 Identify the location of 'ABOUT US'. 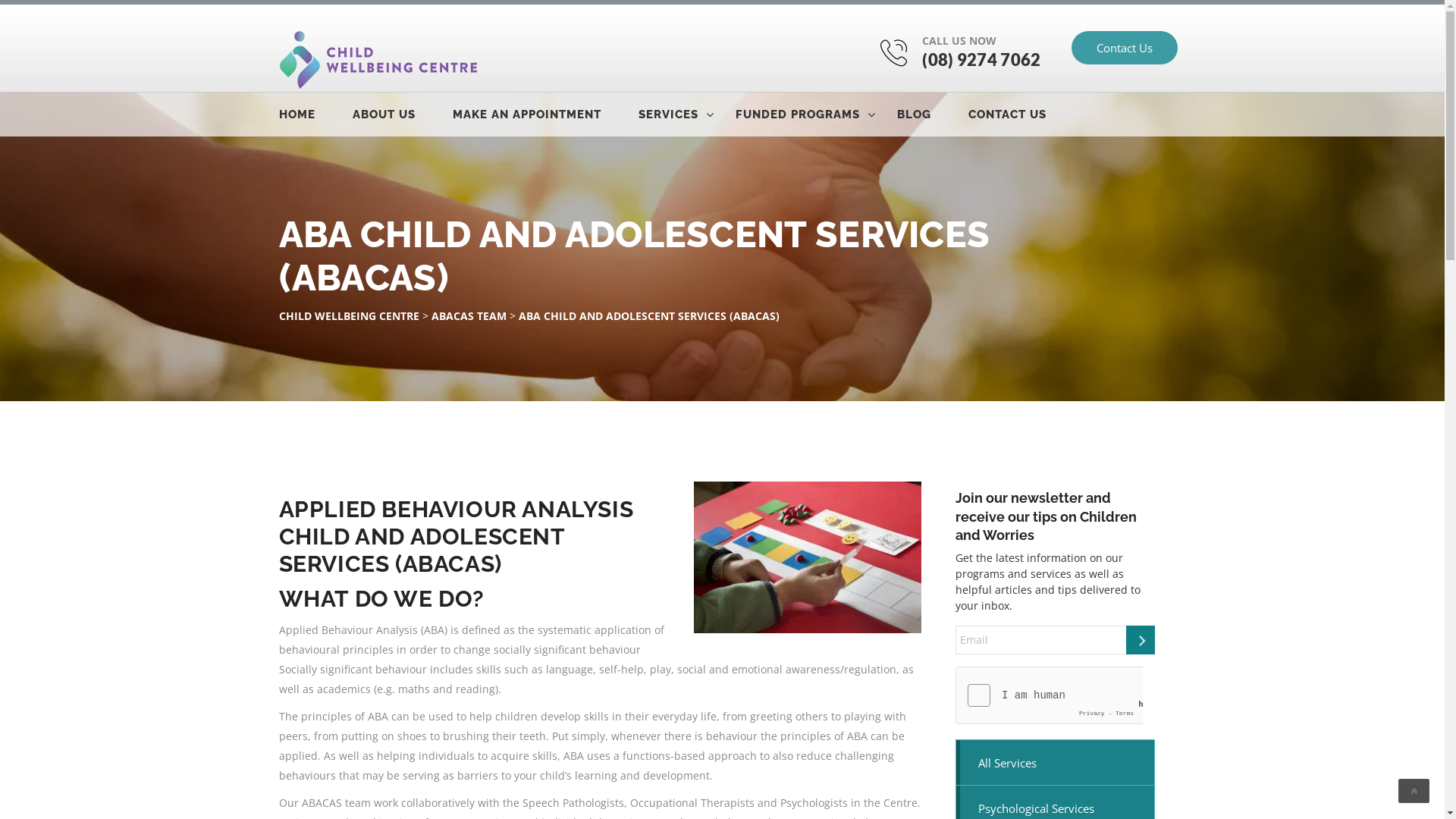
(400, 113).